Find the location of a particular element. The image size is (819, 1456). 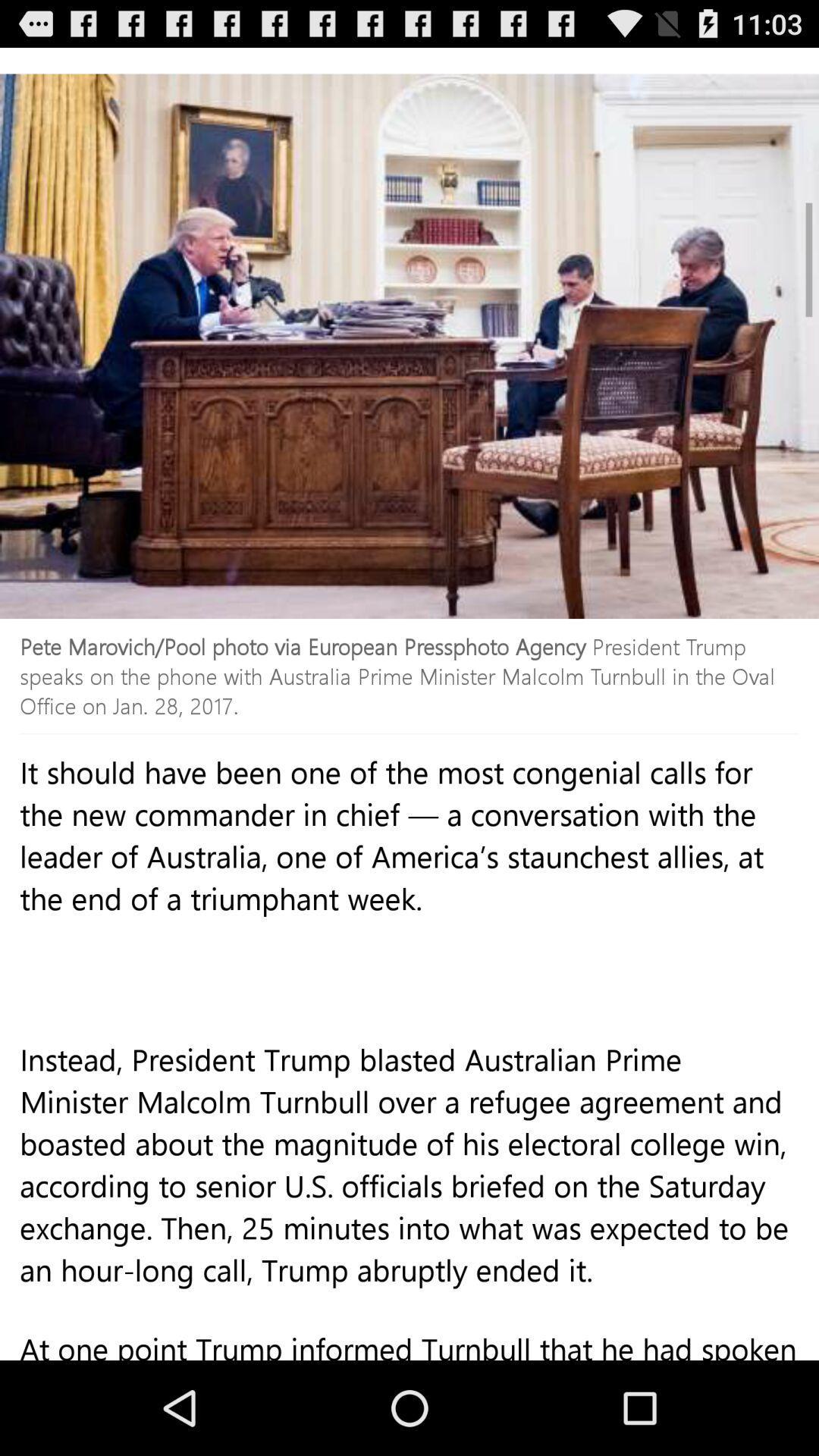

the at one point is located at coordinates (409, 1351).